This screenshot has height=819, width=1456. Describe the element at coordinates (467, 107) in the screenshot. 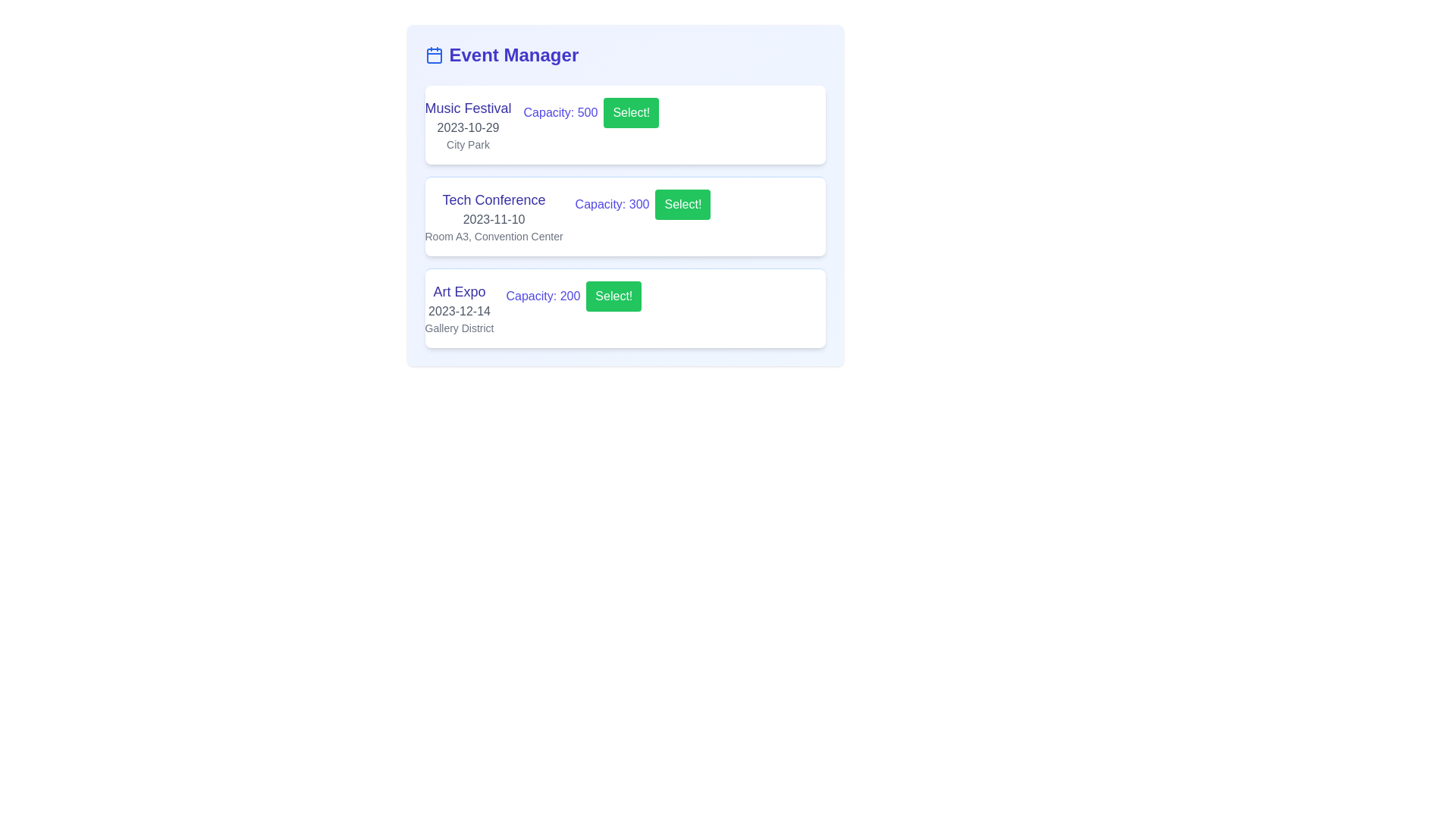

I see `the 'Music Festival' text label, which is prominently displayed in a bold, larger indigo font near the top of the event card layout` at that location.